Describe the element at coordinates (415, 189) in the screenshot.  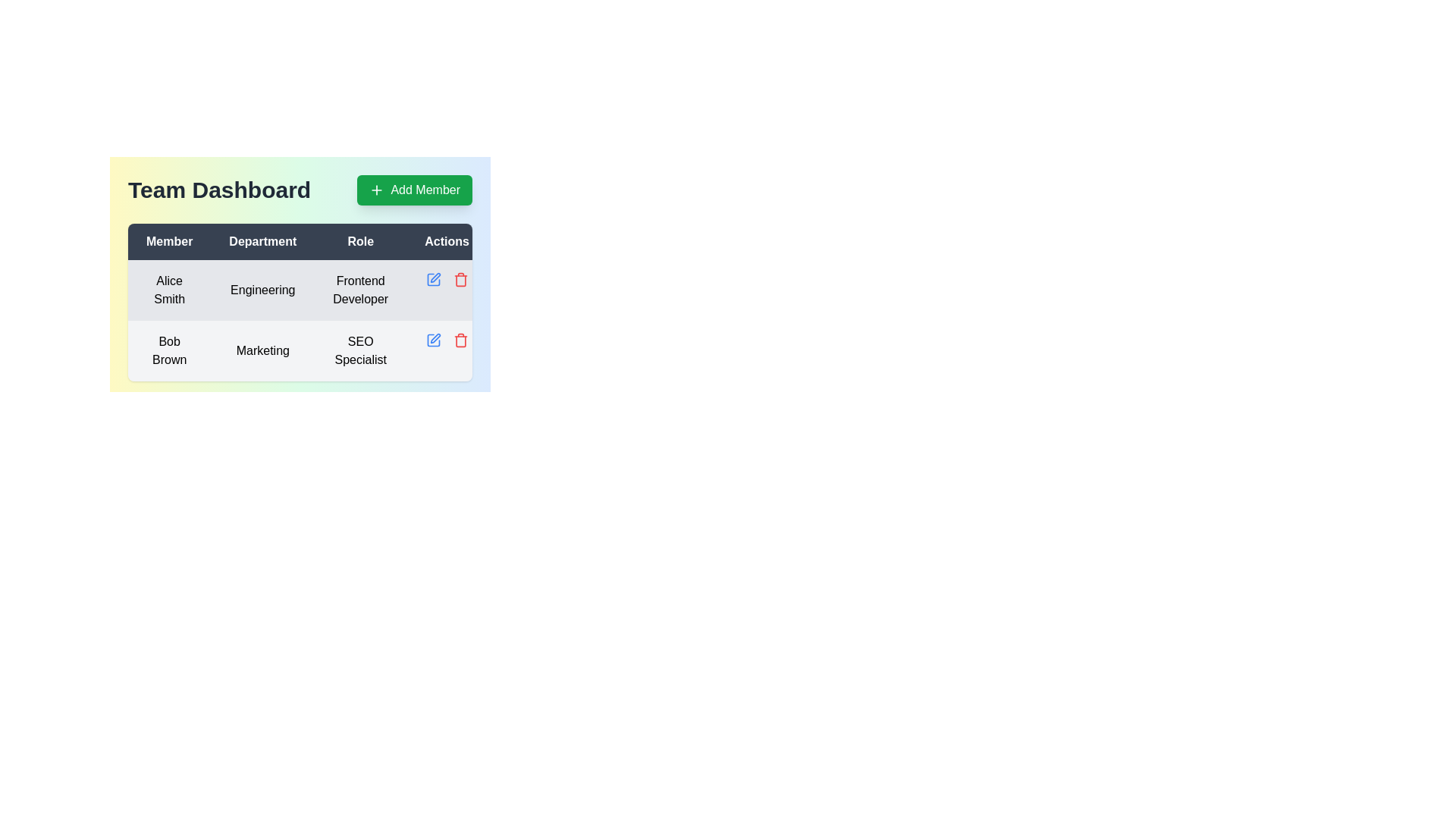
I see `the green 'Add Member' button featuring white bold text and a plus symbol` at that location.